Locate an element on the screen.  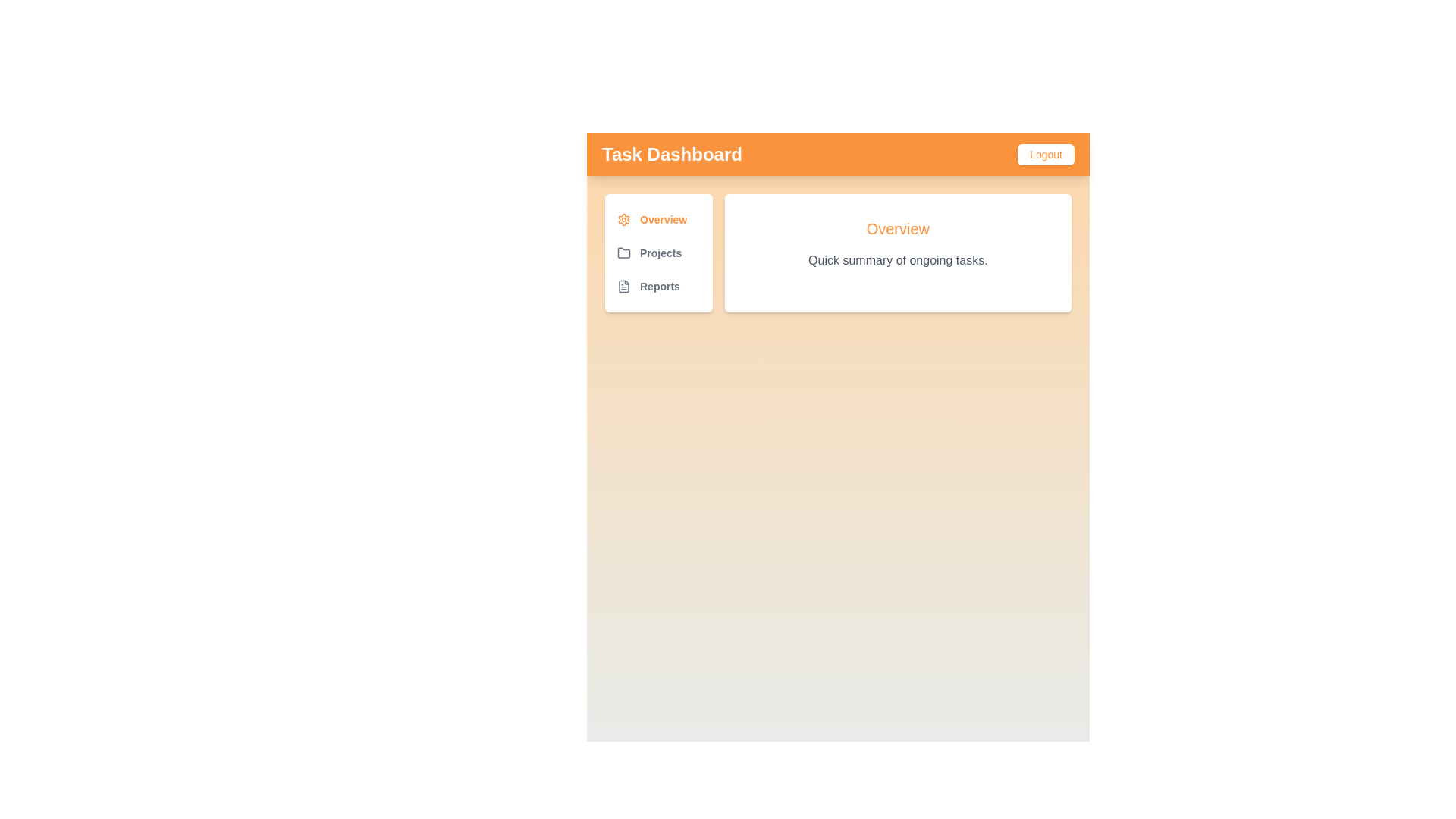
the folder icon in the sidebar menu, which is located directly beside the 'Projects' text and is the second icon in the vertical list is located at coordinates (623, 251).